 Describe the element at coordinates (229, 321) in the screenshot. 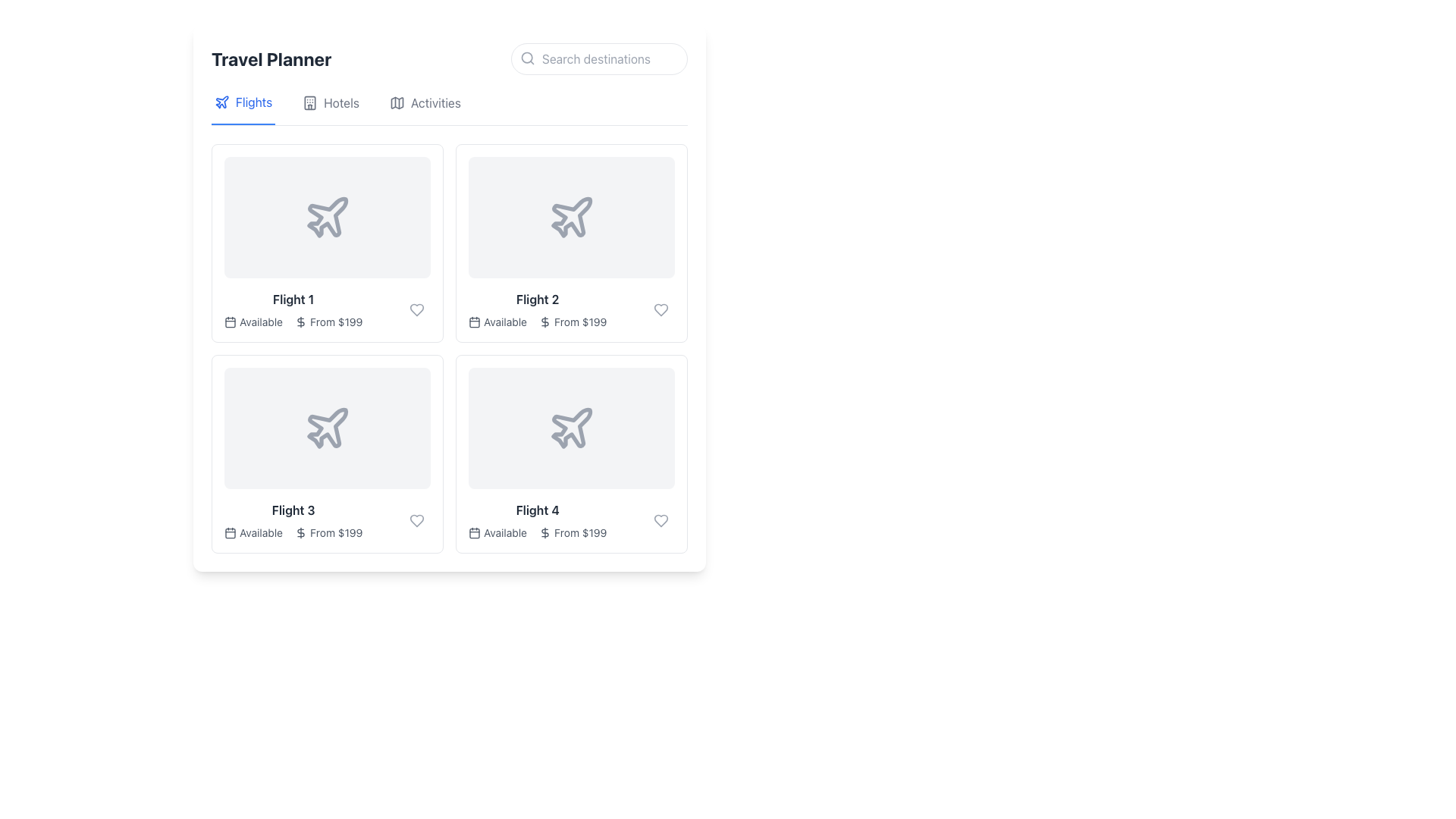

I see `the calendar icon that signifies date-related information for 'Flight 1', located to the left of the 'Available' text` at that location.